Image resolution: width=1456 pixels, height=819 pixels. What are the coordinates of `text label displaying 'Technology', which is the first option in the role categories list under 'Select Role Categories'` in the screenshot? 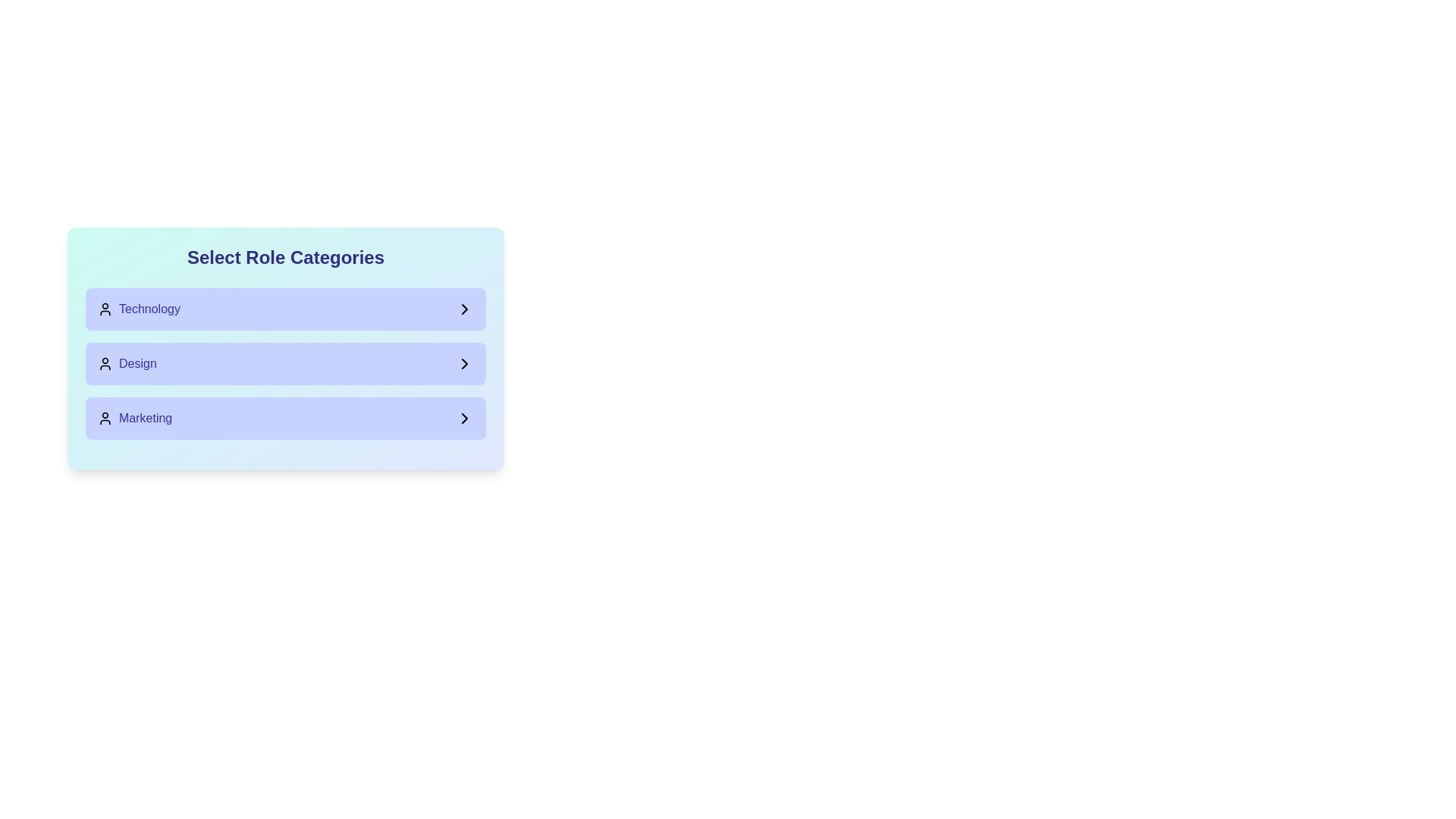 It's located at (149, 309).